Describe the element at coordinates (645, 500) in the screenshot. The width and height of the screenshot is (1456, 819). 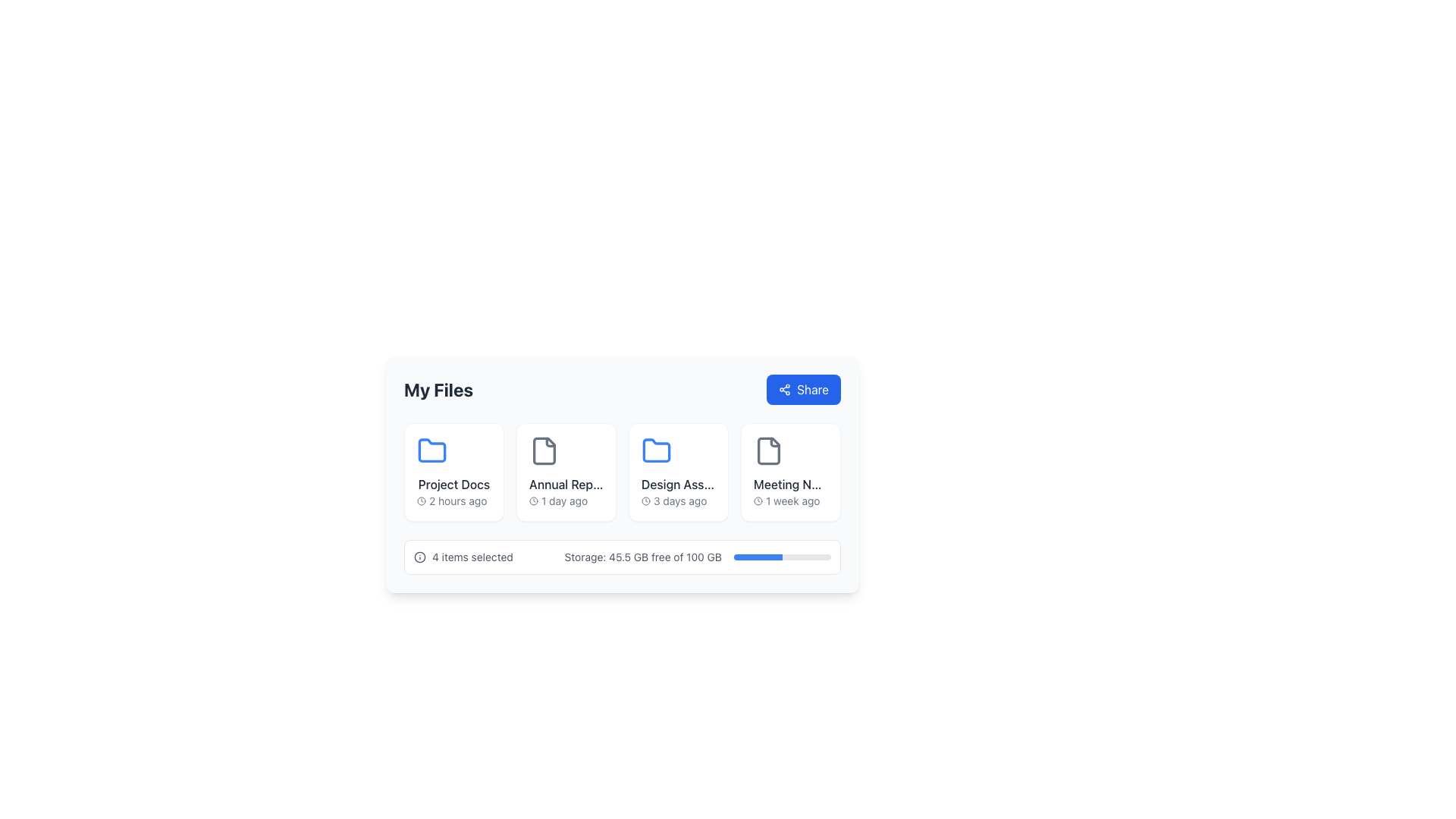
I see `the small clock icon that enhances the timestamp information '3 days ago' within the 'Design Assets' file card` at that location.